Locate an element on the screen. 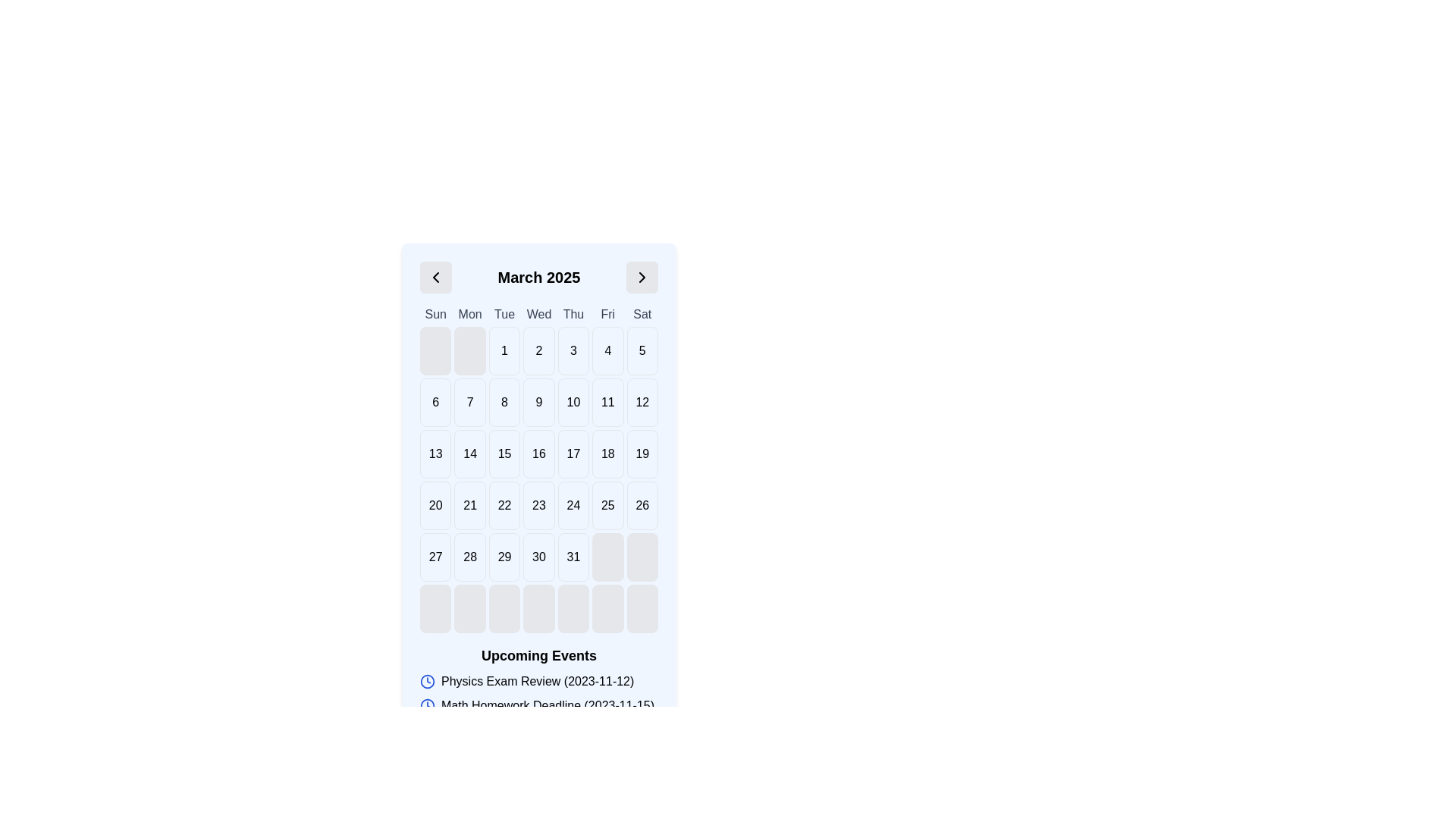 The height and width of the screenshot is (819, 1456). the button representing the 19th of the month in the calendar interface is located at coordinates (642, 453).